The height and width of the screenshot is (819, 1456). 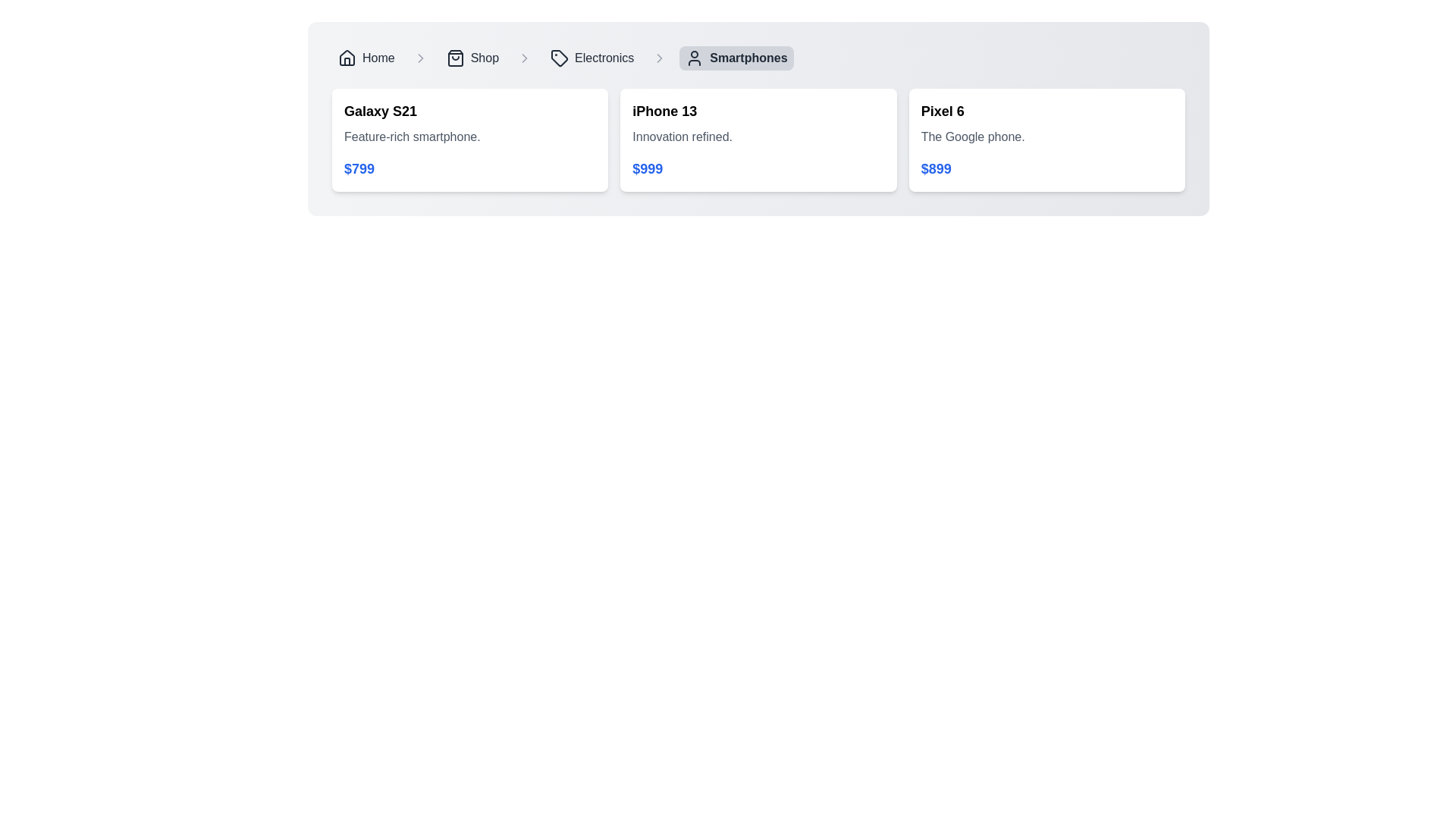 What do you see at coordinates (454, 58) in the screenshot?
I see `the shopping icon located centrally within the 'Shop' button in the navigation bar` at bounding box center [454, 58].